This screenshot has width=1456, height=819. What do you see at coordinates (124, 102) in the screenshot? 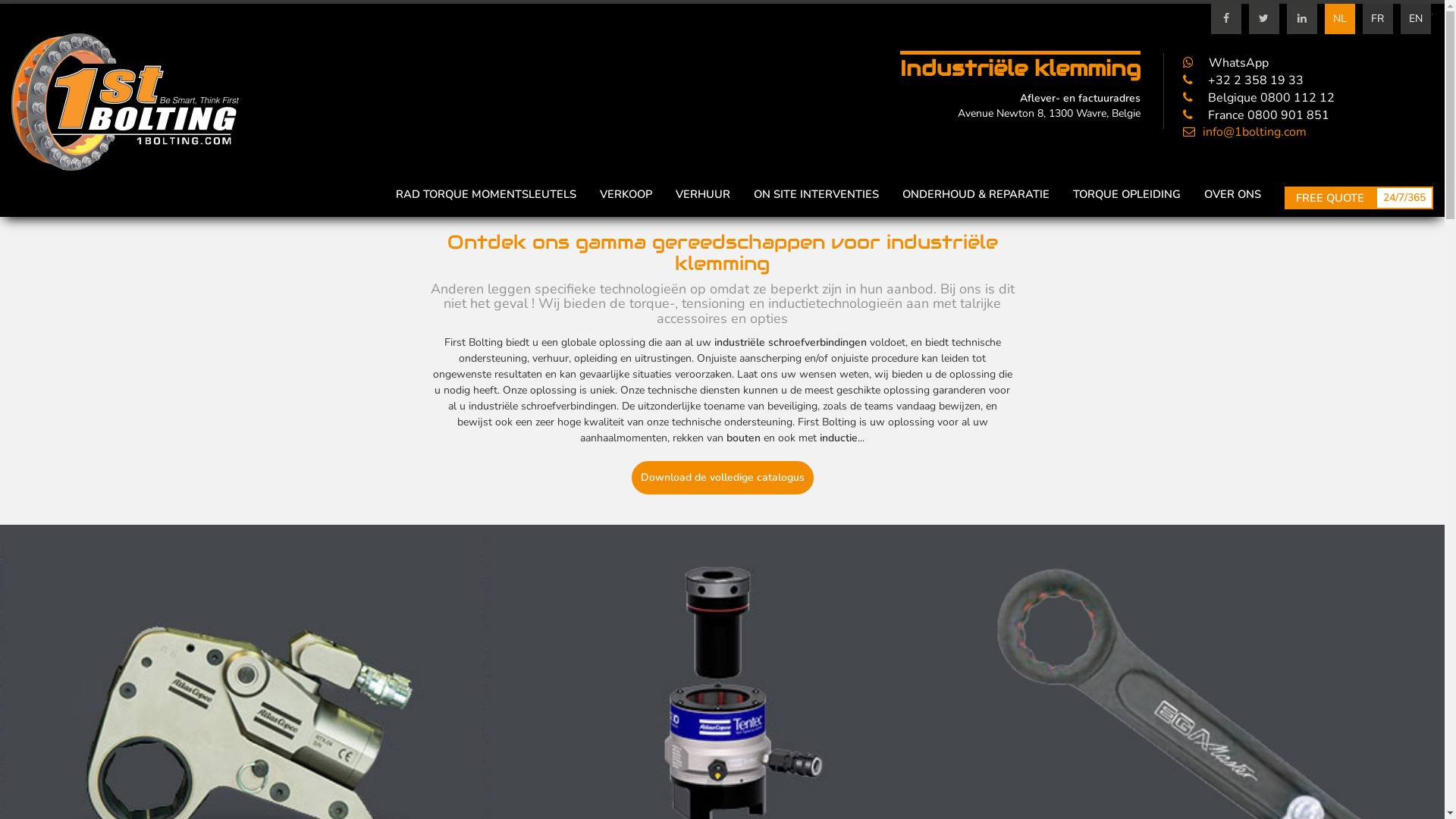
I see `'1st Bolting'` at bounding box center [124, 102].